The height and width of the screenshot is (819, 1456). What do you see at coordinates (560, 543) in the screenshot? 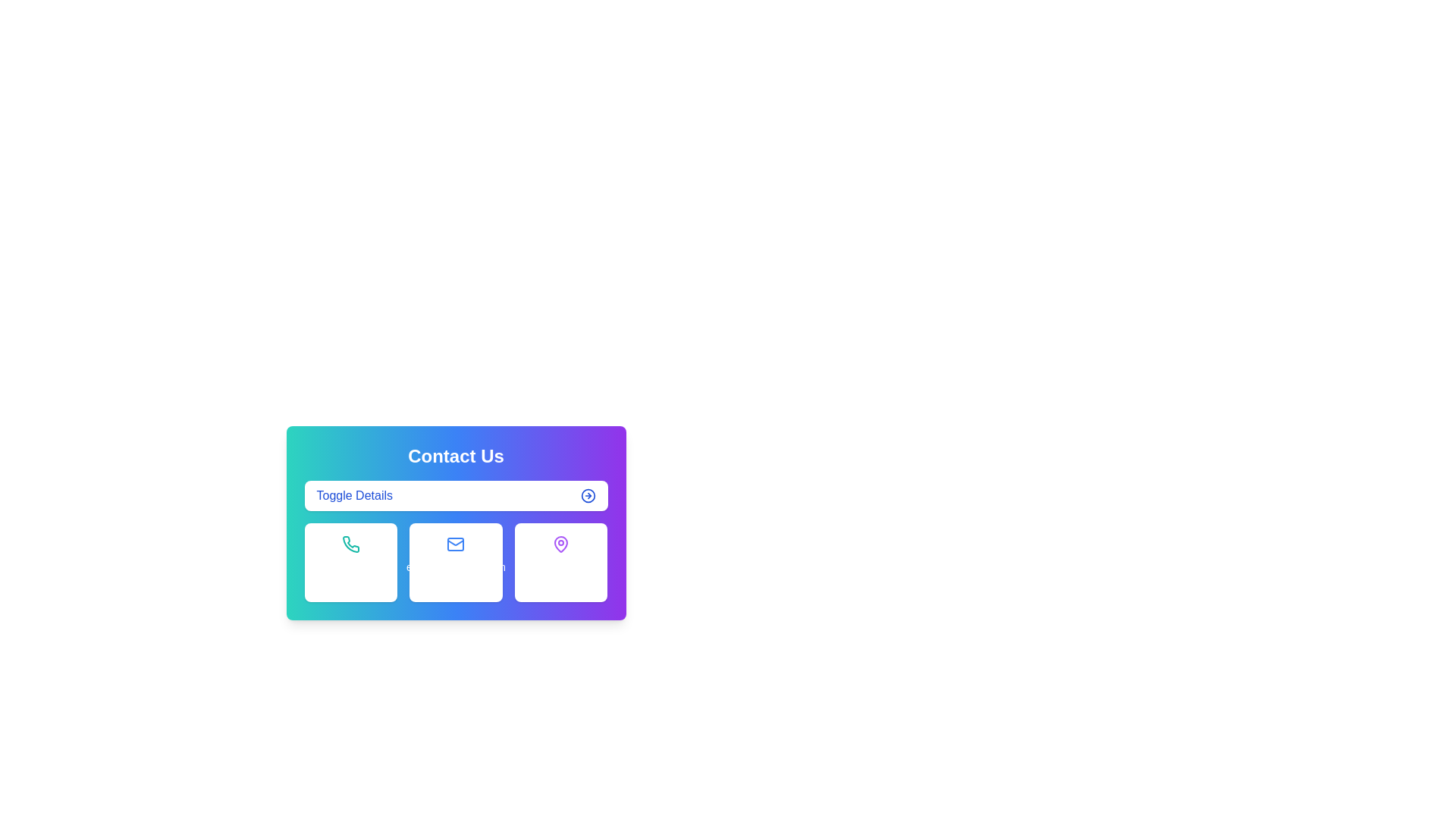
I see `the location-related action icon at the bottom of the 'Contact Us' panel` at bounding box center [560, 543].